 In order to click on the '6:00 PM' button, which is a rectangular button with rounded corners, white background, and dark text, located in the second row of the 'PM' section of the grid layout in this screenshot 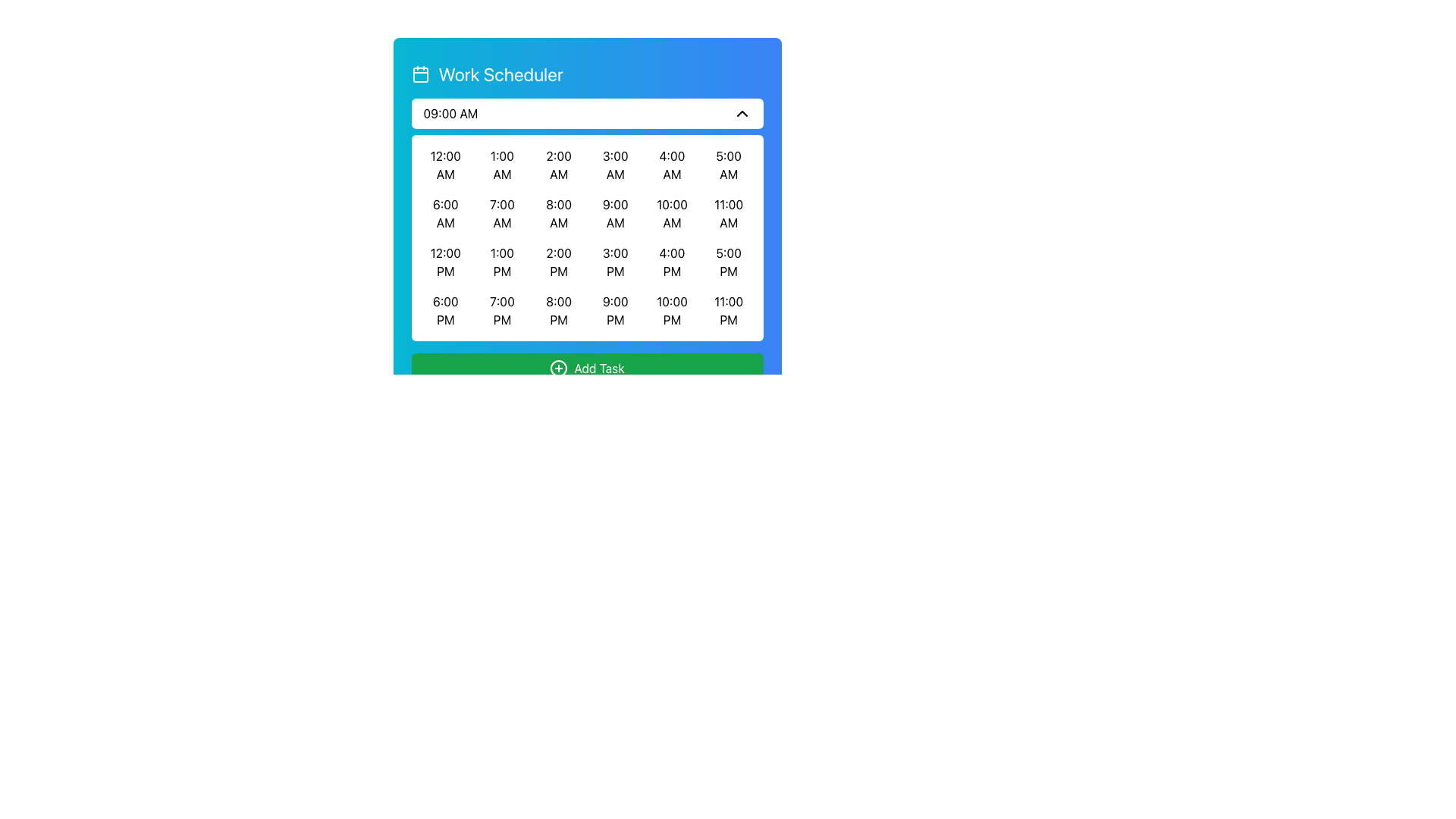, I will do `click(444, 309)`.